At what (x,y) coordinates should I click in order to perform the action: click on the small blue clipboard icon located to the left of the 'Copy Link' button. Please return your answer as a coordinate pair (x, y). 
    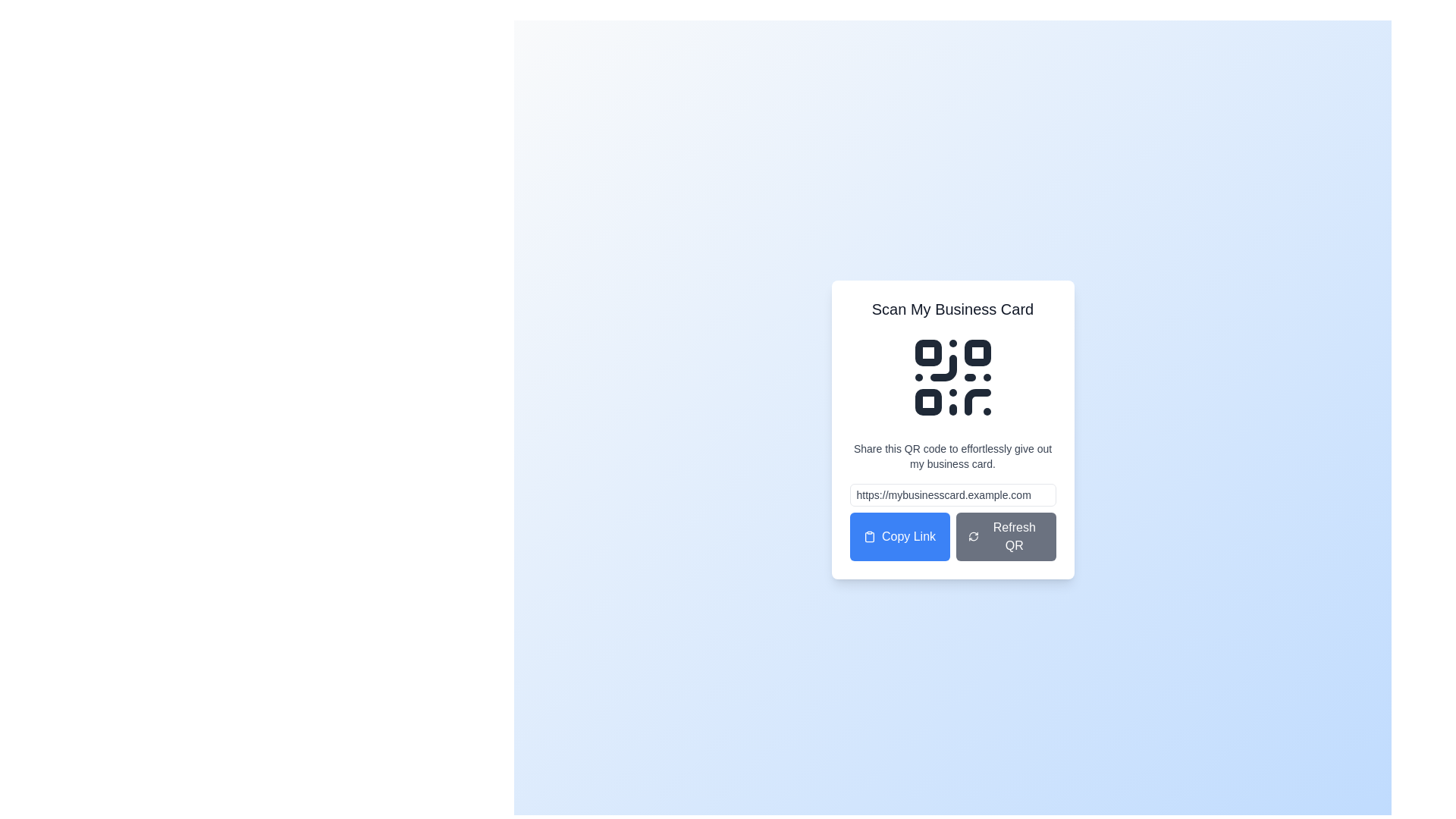
    Looking at the image, I should click on (870, 536).